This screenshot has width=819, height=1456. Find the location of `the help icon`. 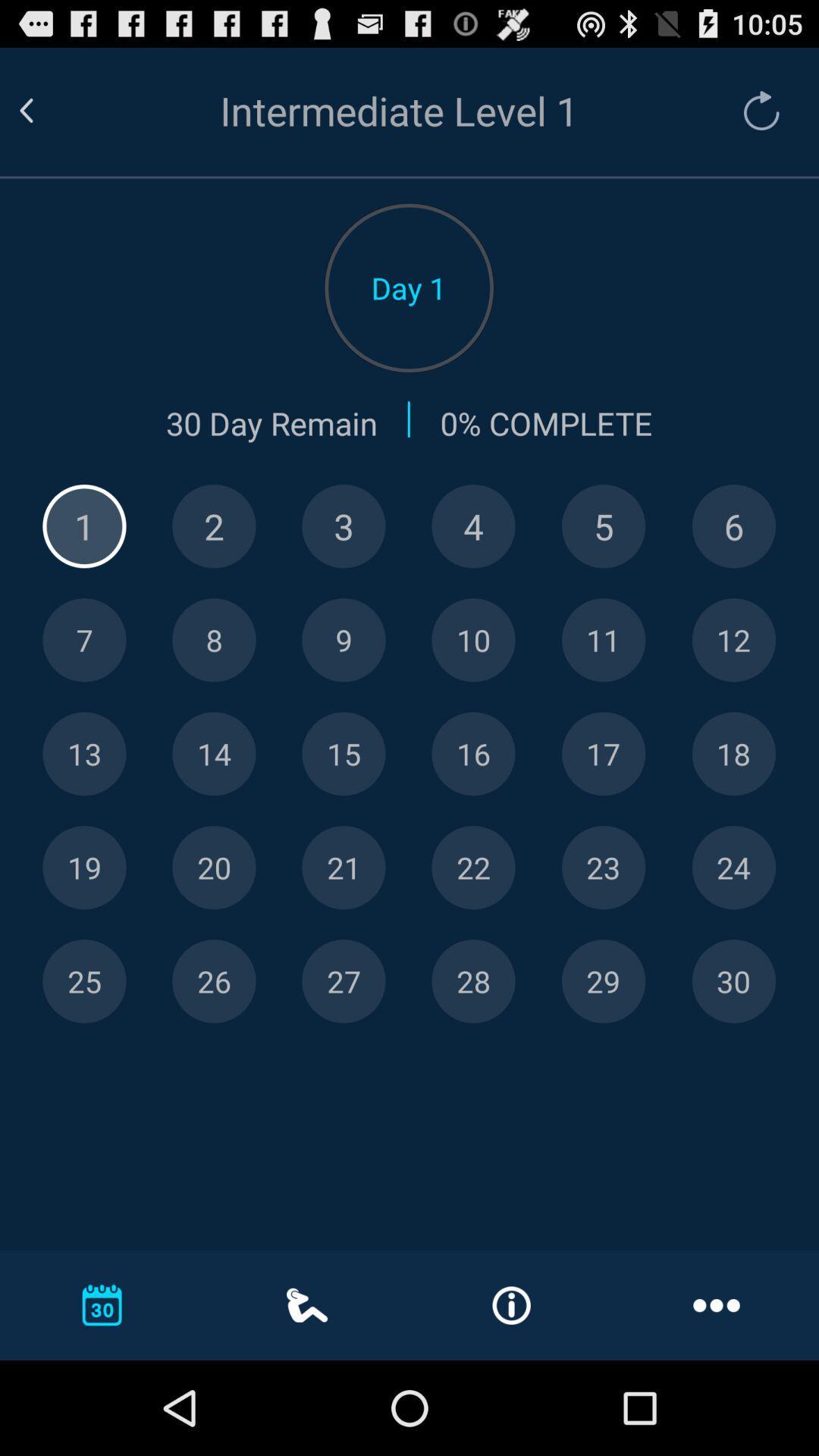

the help icon is located at coordinates (214, 562).